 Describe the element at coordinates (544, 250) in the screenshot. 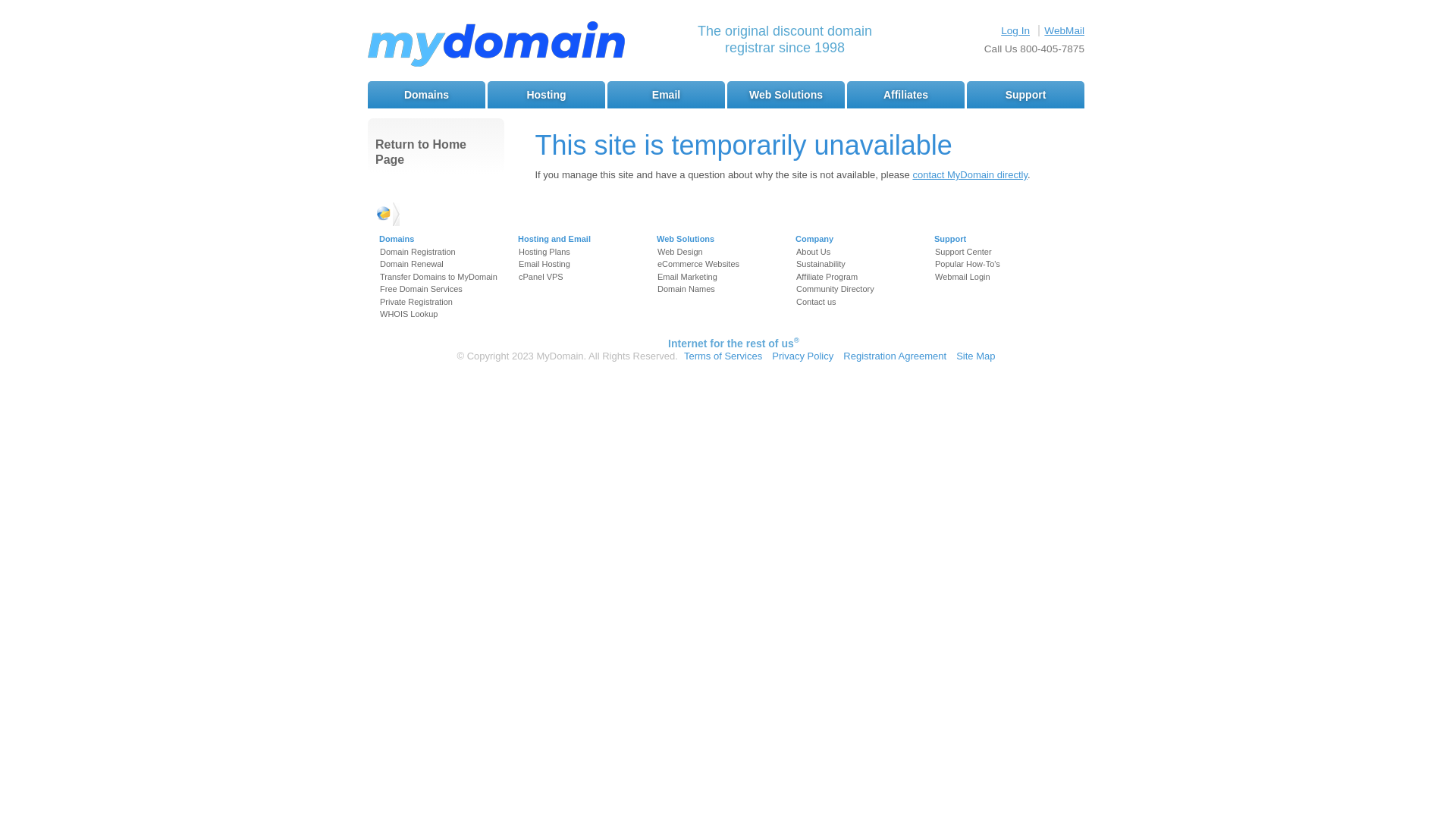

I see `'Hosting Plans'` at that location.